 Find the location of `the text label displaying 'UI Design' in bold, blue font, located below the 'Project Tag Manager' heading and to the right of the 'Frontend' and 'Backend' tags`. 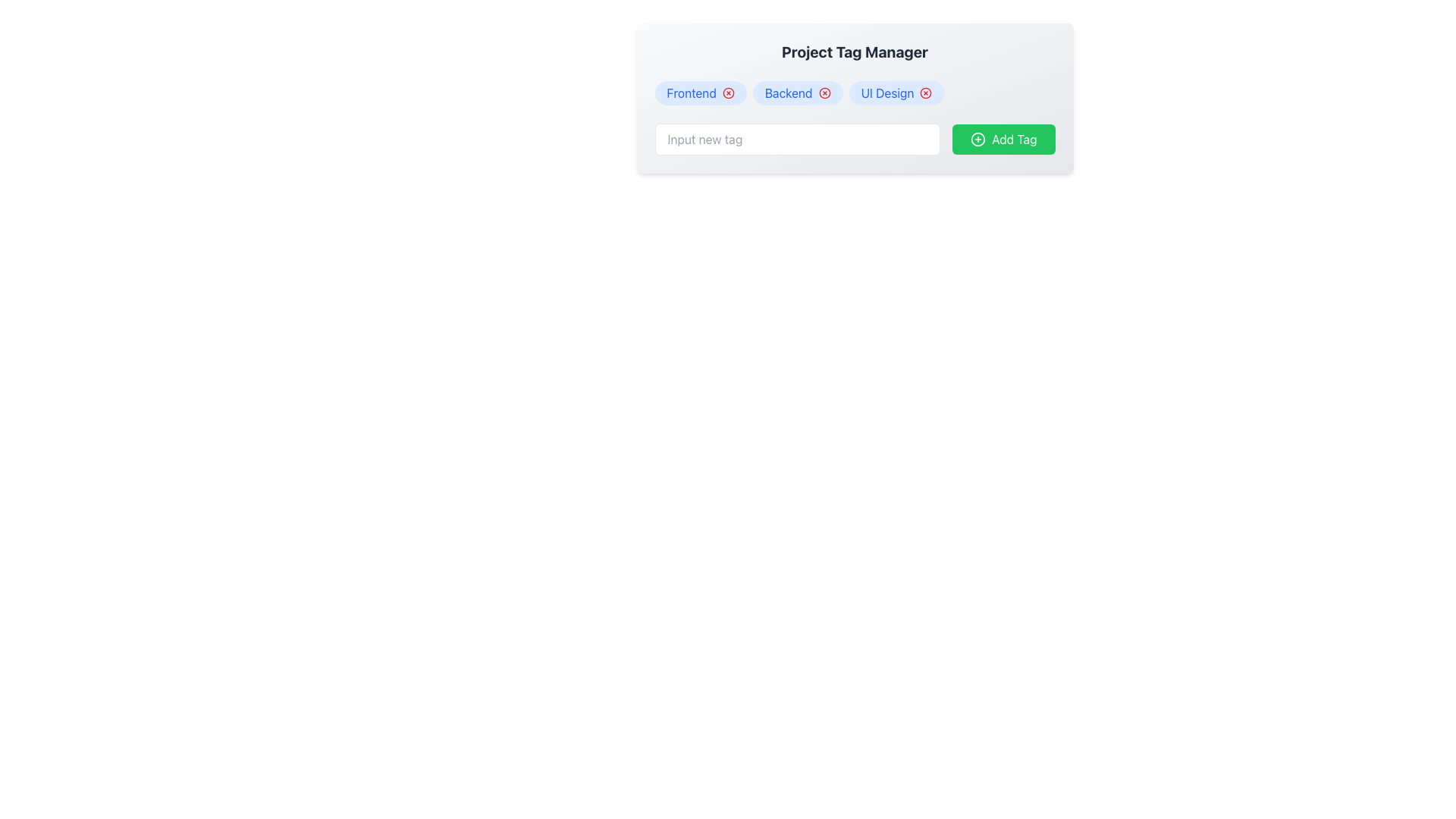

the text label displaying 'UI Design' in bold, blue font, located below the 'Project Tag Manager' heading and to the right of the 'Frontend' and 'Backend' tags is located at coordinates (887, 93).